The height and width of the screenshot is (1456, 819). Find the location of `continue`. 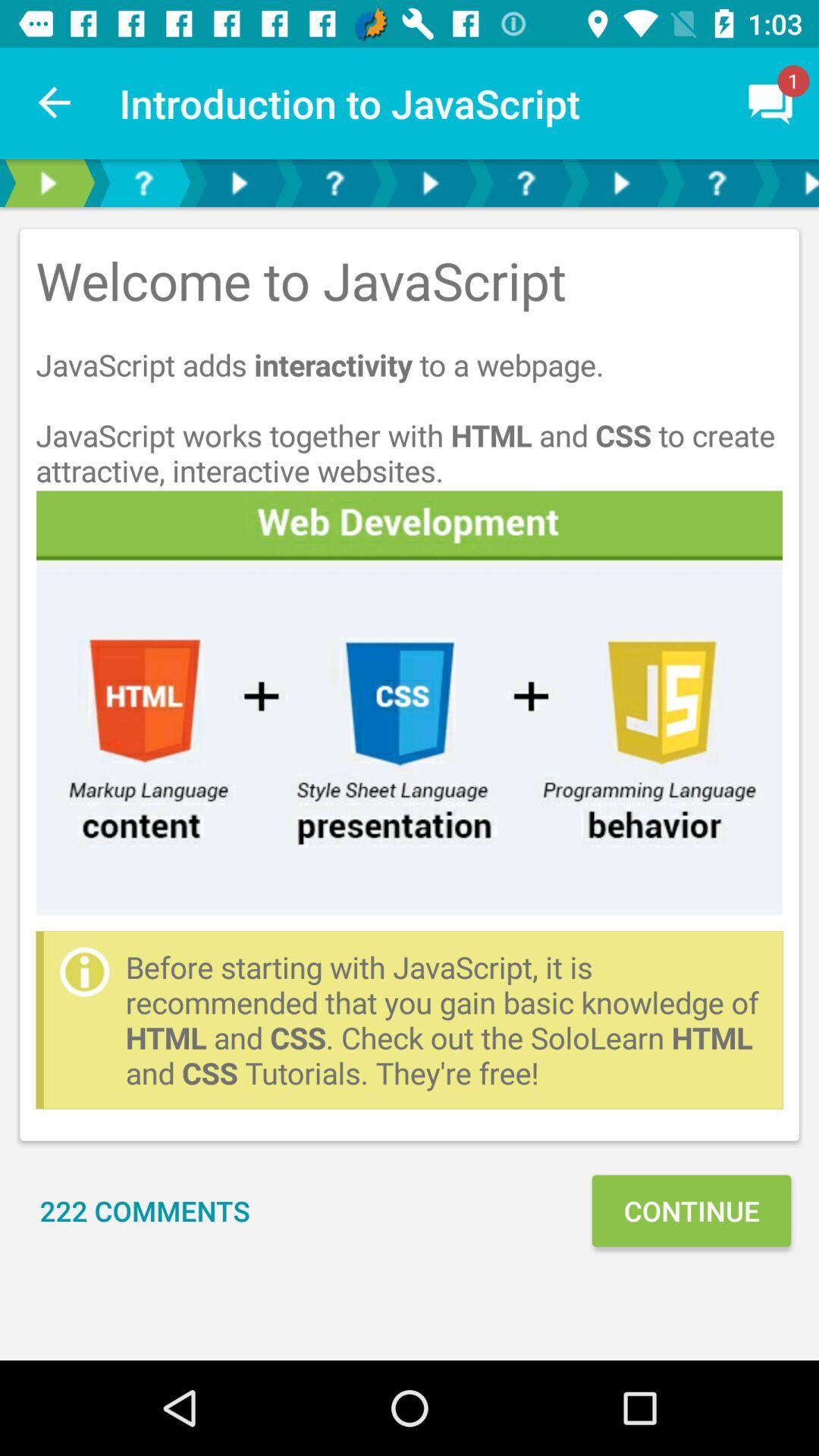

continue is located at coordinates (691, 1210).